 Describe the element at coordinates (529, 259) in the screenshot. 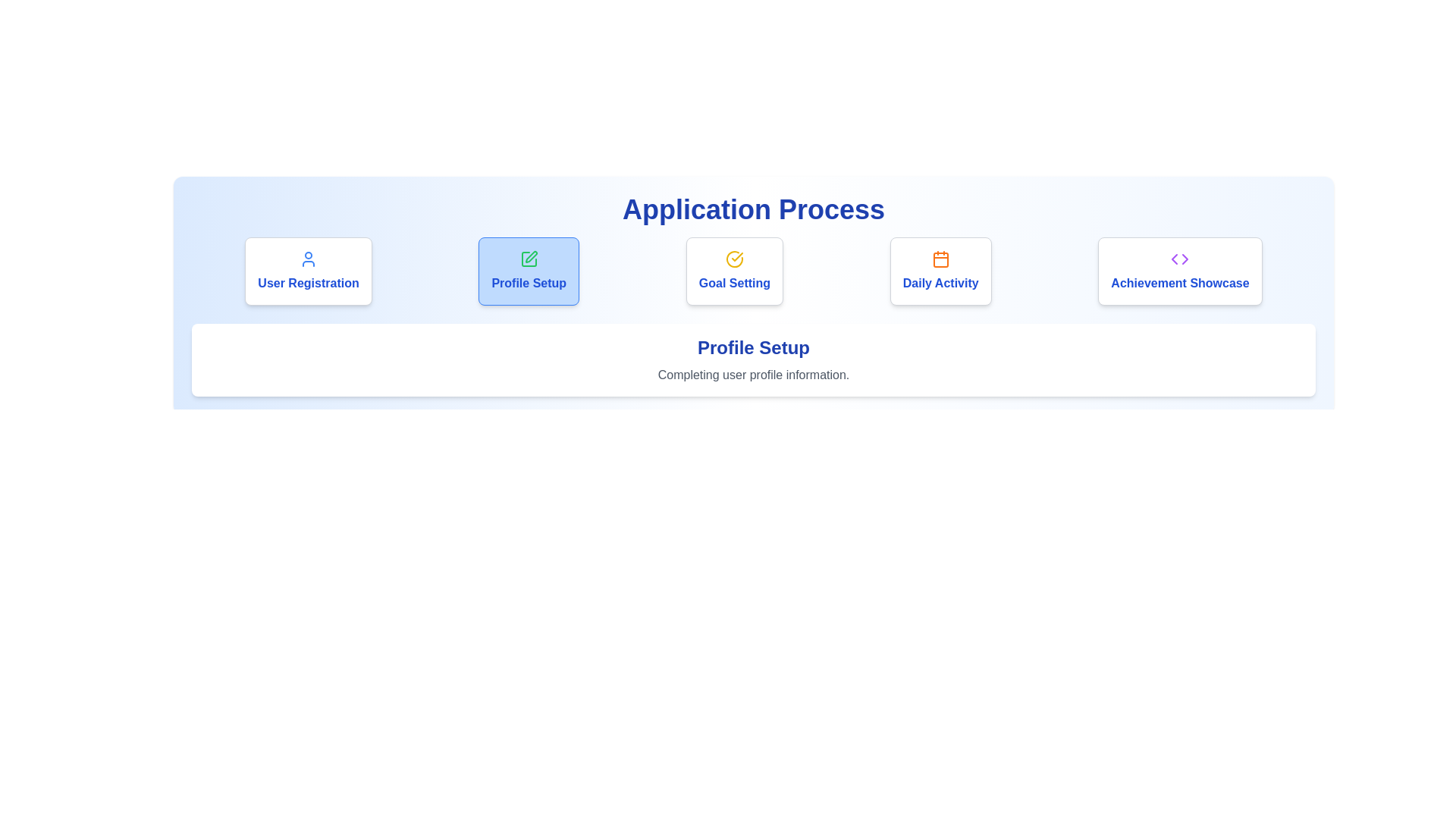

I see `the Profile Setup icon located centrally within the second card from the left in a horizontal row of cards, which symbolizes the action or concept of 'Profile Setup'` at that location.